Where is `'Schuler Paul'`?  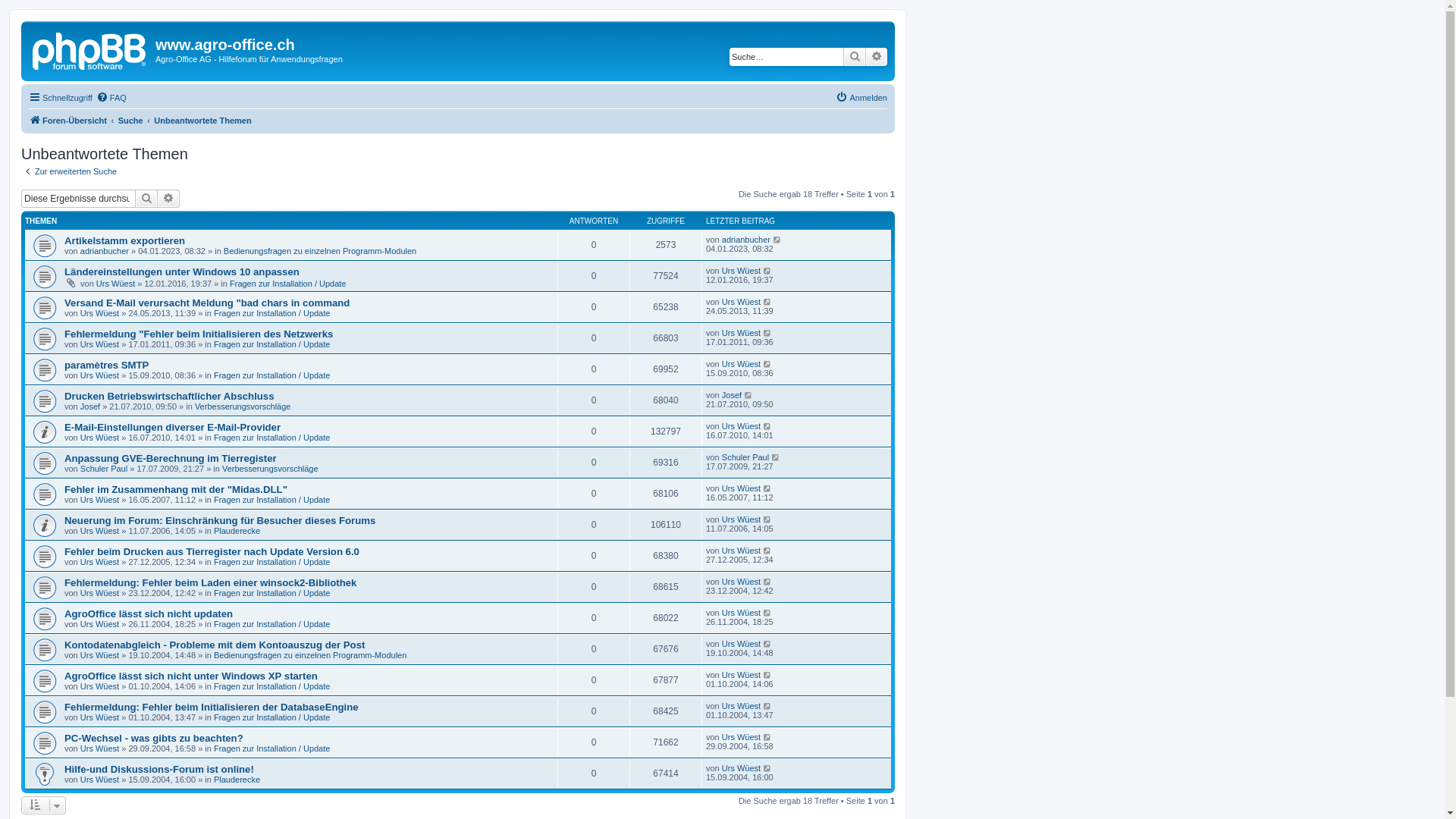 'Schuler Paul' is located at coordinates (745, 456).